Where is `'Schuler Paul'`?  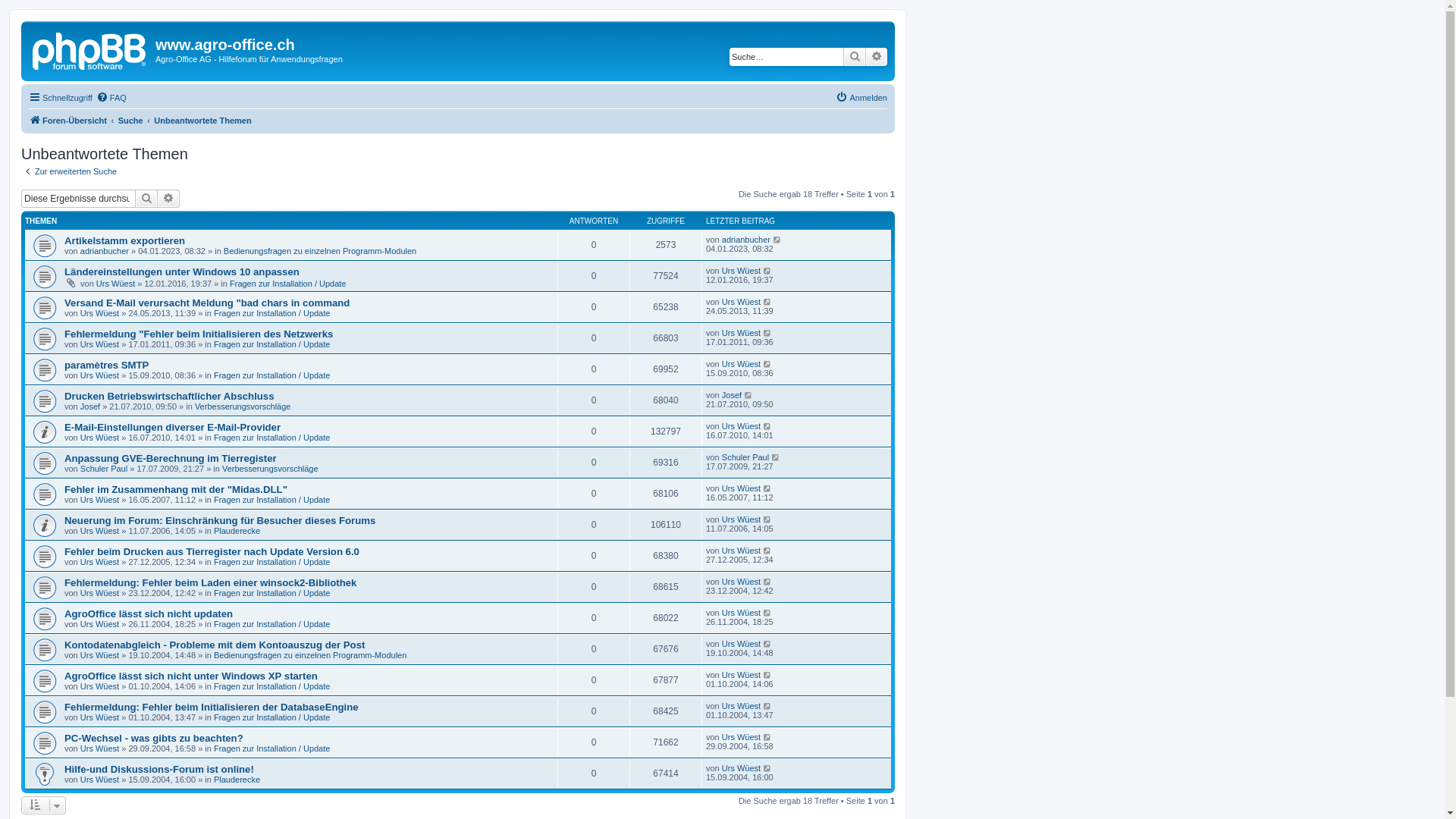 'Schuler Paul' is located at coordinates (745, 456).